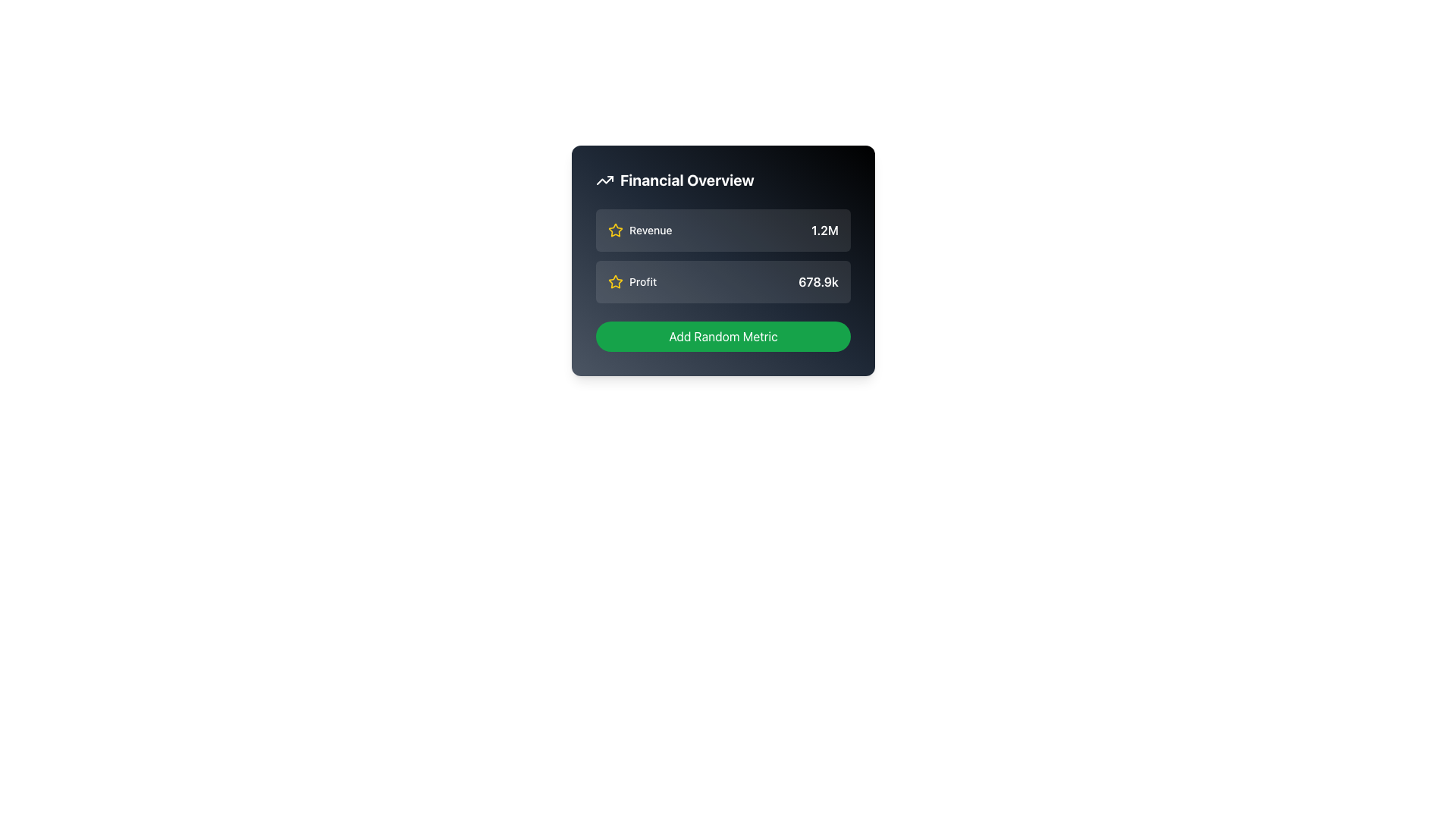 The height and width of the screenshot is (819, 1456). What do you see at coordinates (643, 281) in the screenshot?
I see `the Static text label containing the word 'Profit', which is styled with a small font size and medium weight, located within a darker background section, adjacent to a star icon` at bounding box center [643, 281].